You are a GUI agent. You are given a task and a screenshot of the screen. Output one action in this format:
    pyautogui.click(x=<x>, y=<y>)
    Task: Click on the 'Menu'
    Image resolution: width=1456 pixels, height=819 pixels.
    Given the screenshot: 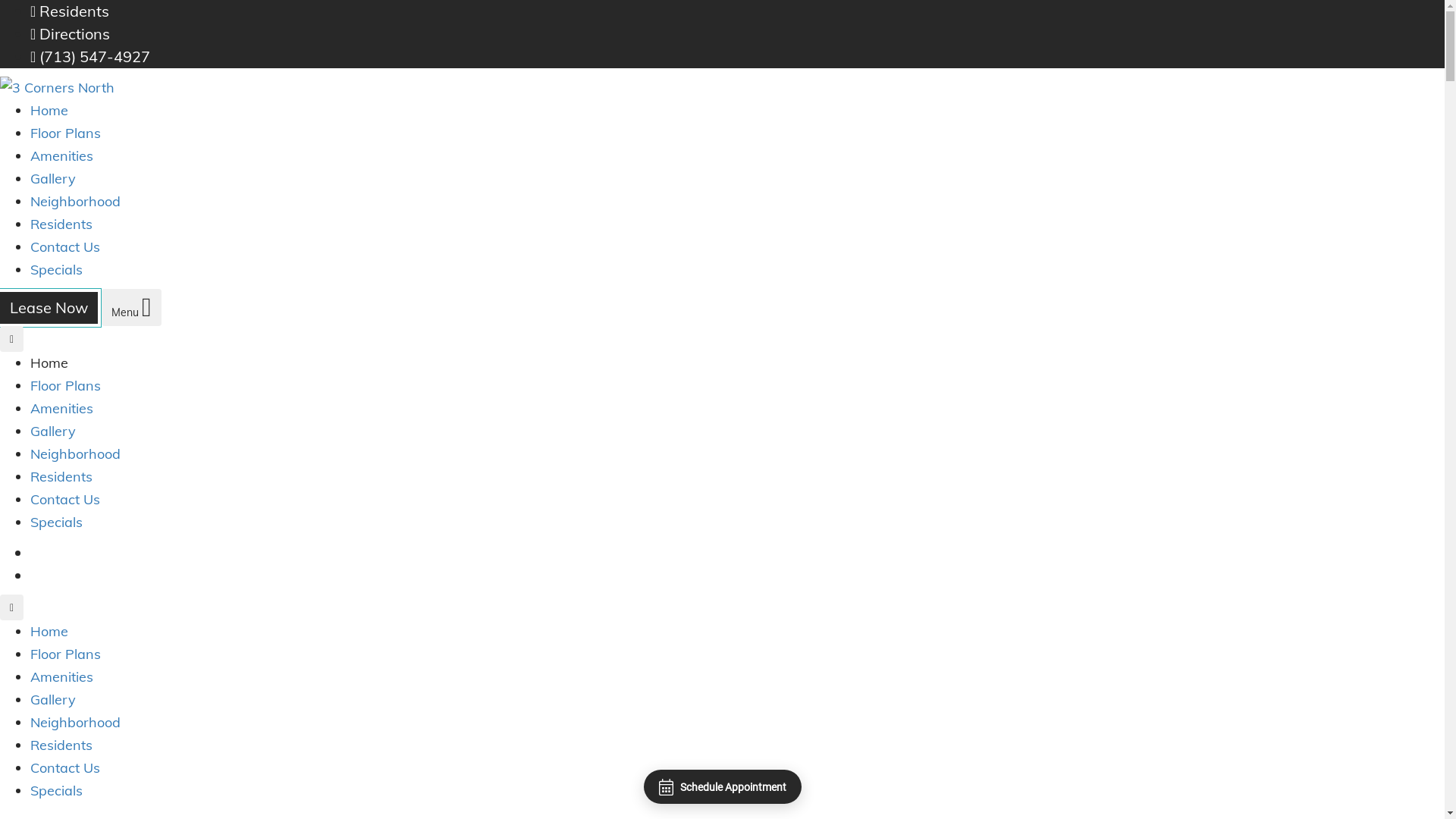 What is the action you would take?
    pyautogui.click(x=131, y=307)
    